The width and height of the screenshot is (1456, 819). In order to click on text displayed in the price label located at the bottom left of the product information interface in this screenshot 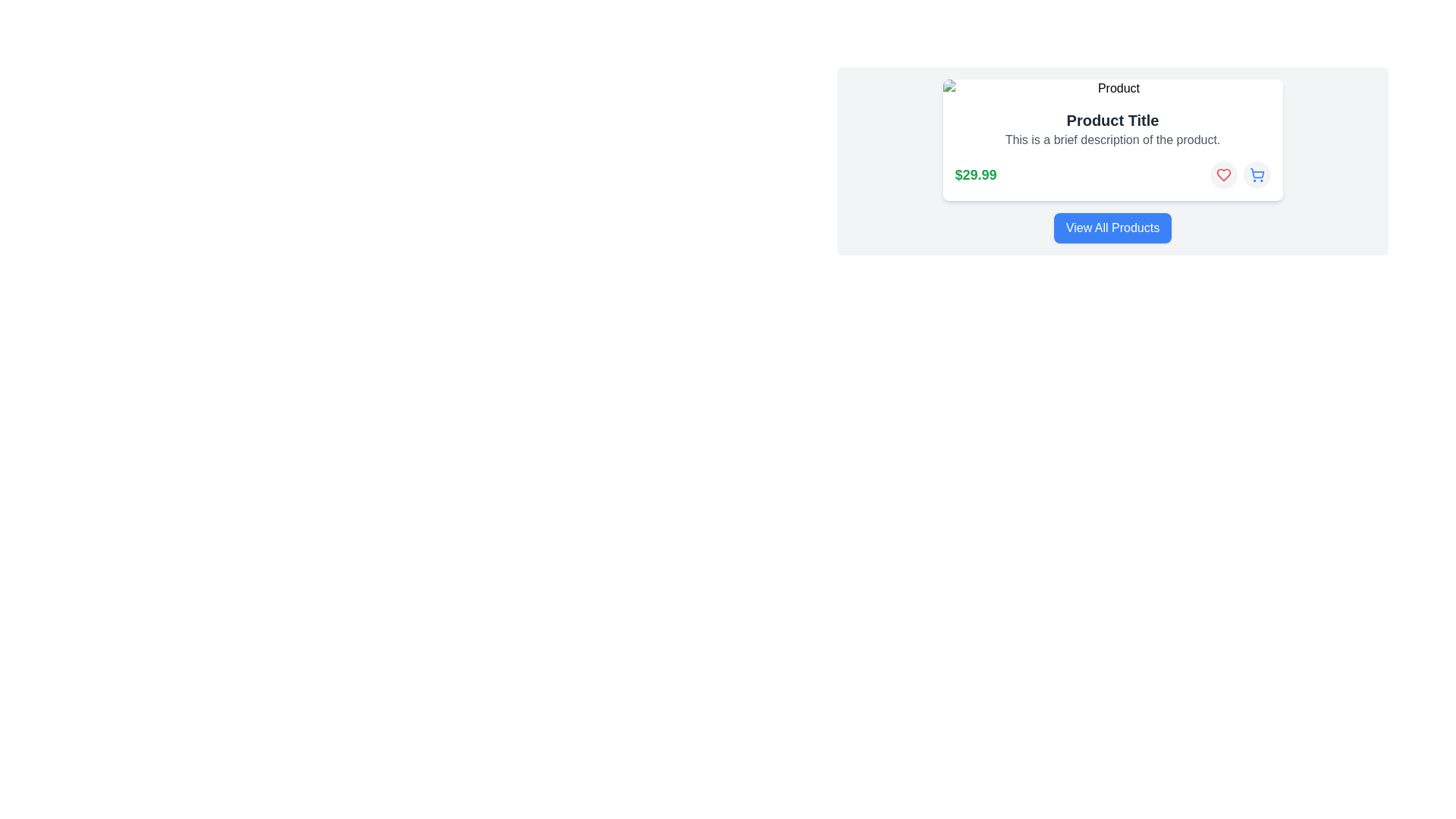, I will do `click(975, 174)`.